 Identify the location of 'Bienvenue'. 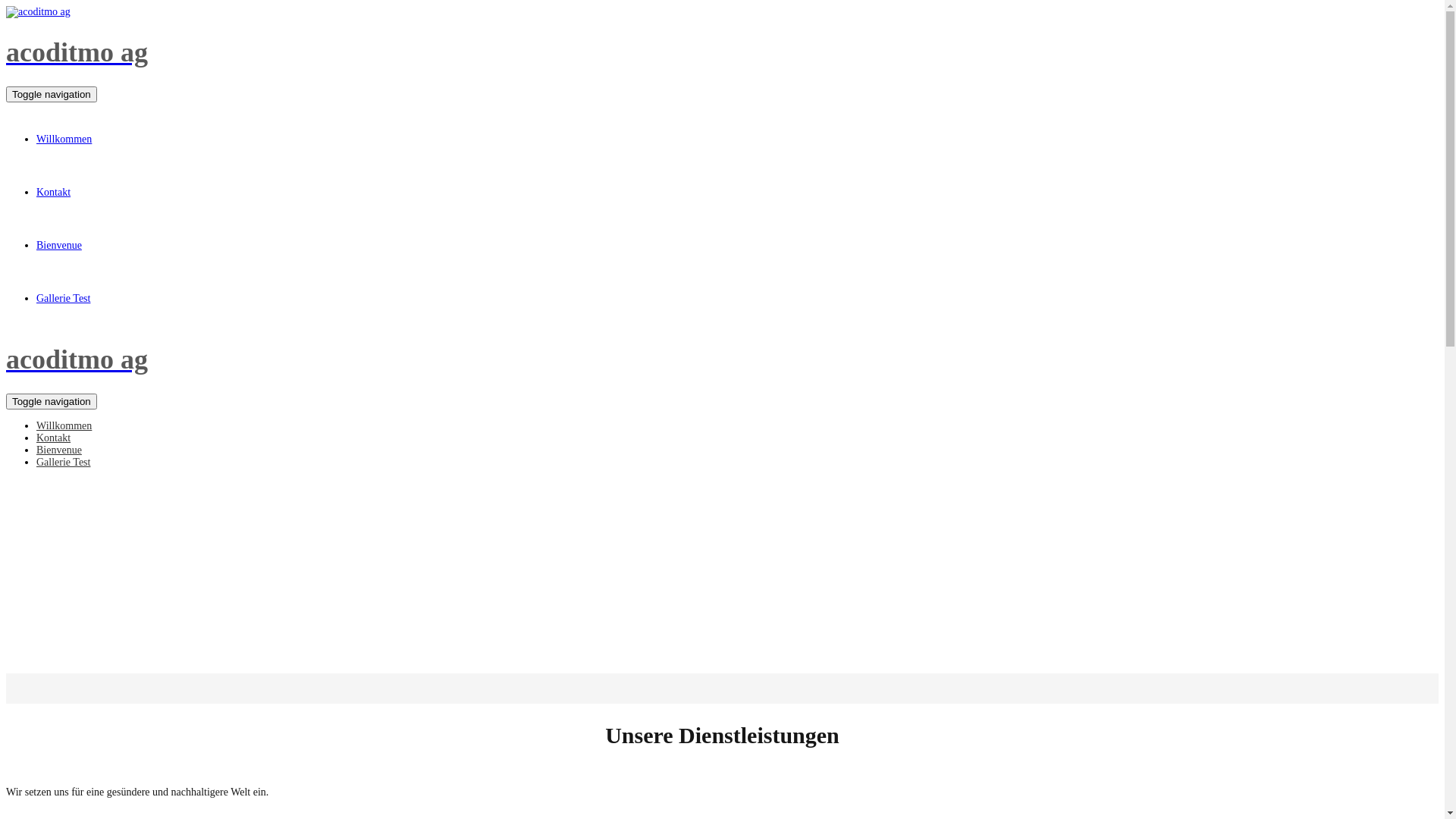
(58, 245).